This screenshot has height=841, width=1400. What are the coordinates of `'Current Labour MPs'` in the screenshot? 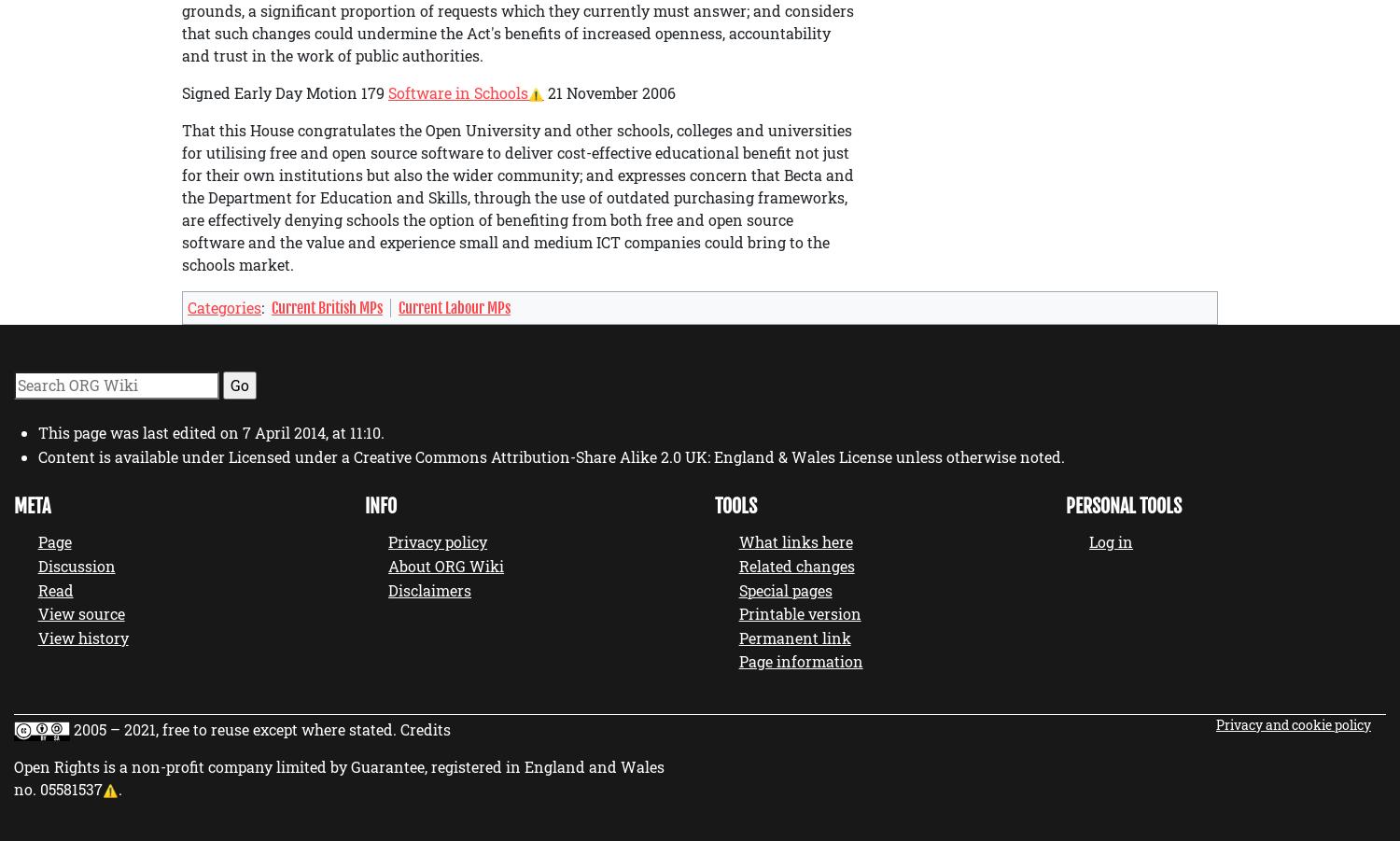 It's located at (454, 308).